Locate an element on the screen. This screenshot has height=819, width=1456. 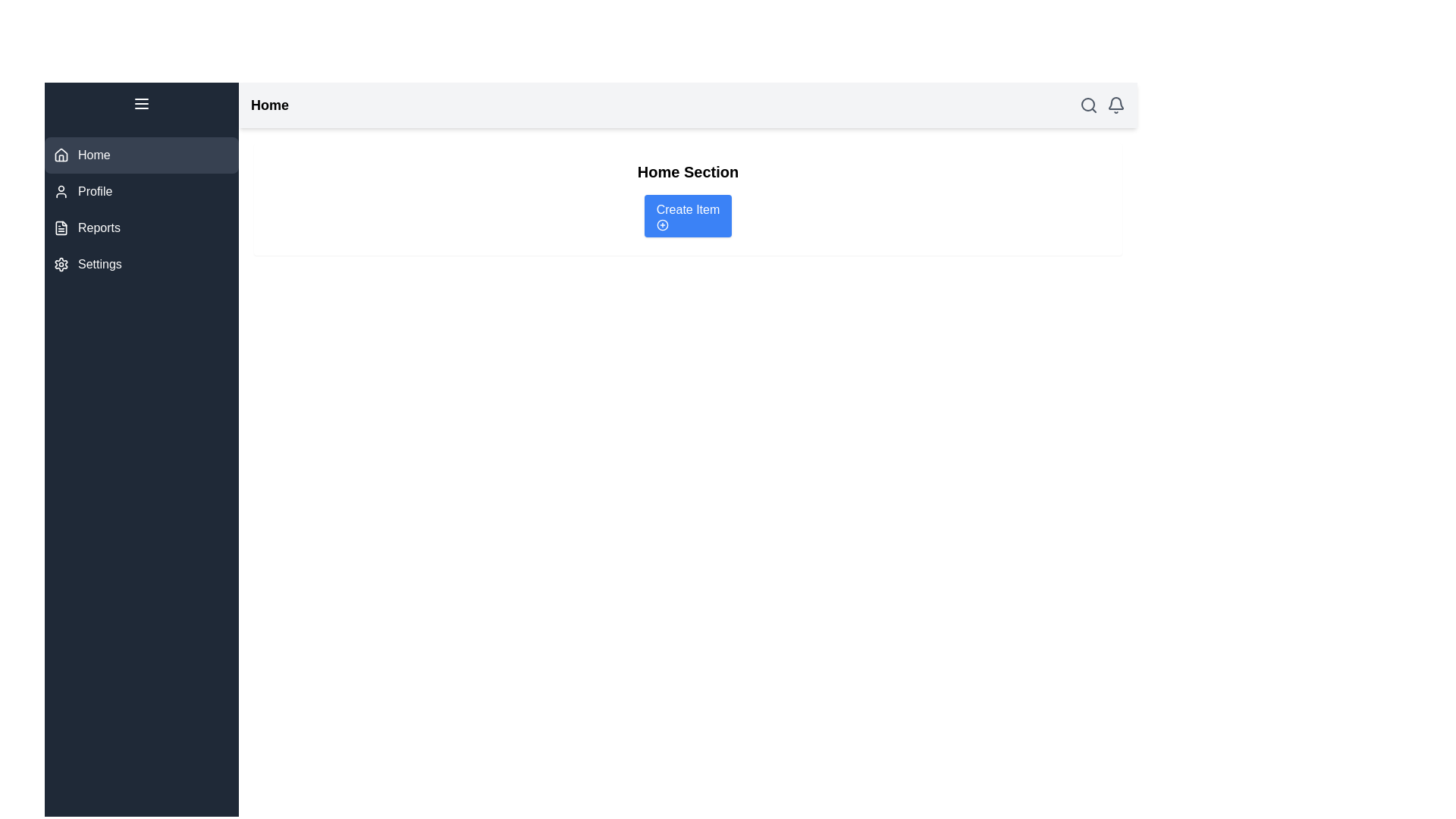
the toggle icon button located in the top-left section of the sidebar interface, which allows users is located at coordinates (142, 103).